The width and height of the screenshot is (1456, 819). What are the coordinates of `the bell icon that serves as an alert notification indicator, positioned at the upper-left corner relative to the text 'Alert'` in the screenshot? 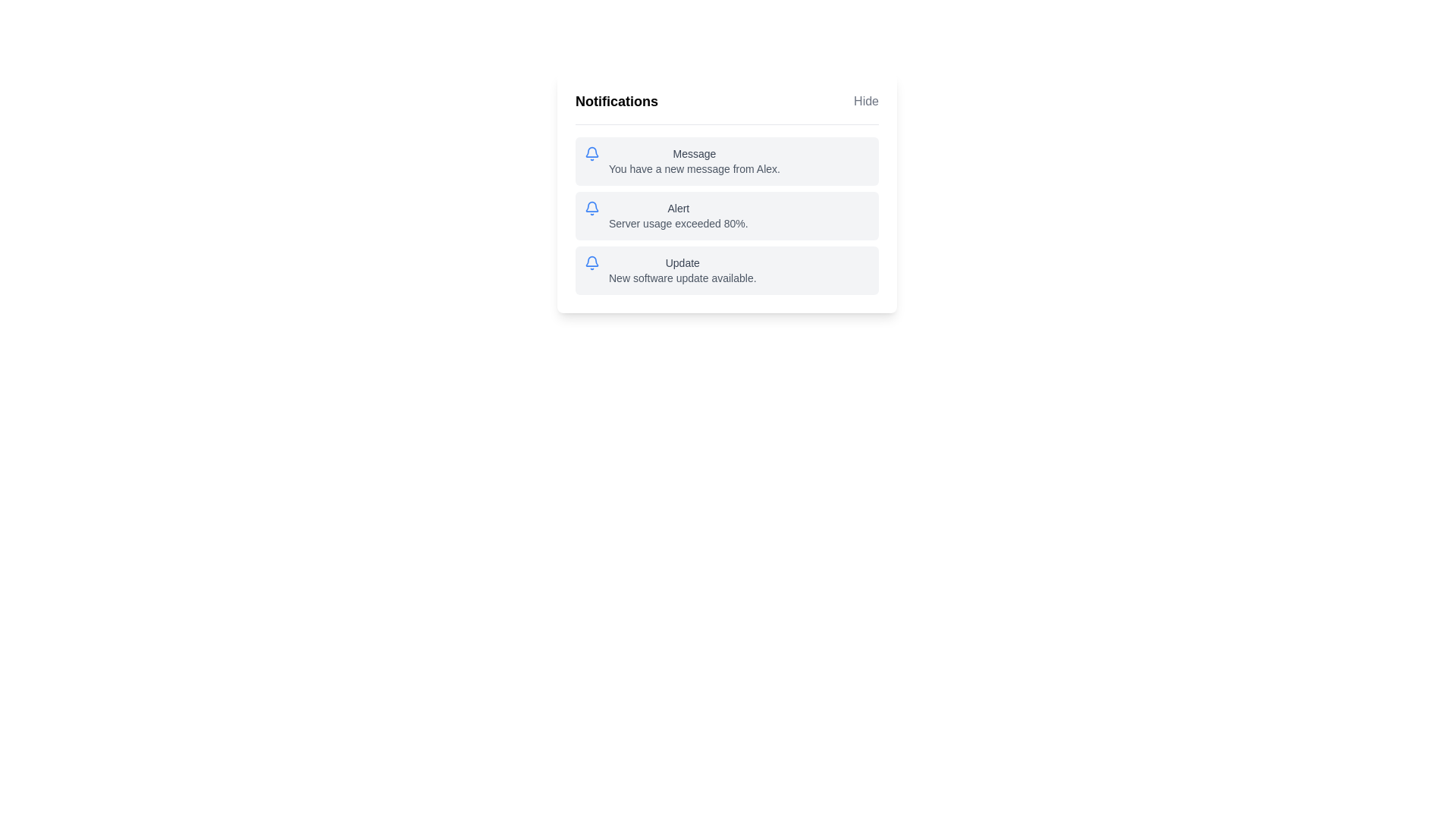 It's located at (591, 208).